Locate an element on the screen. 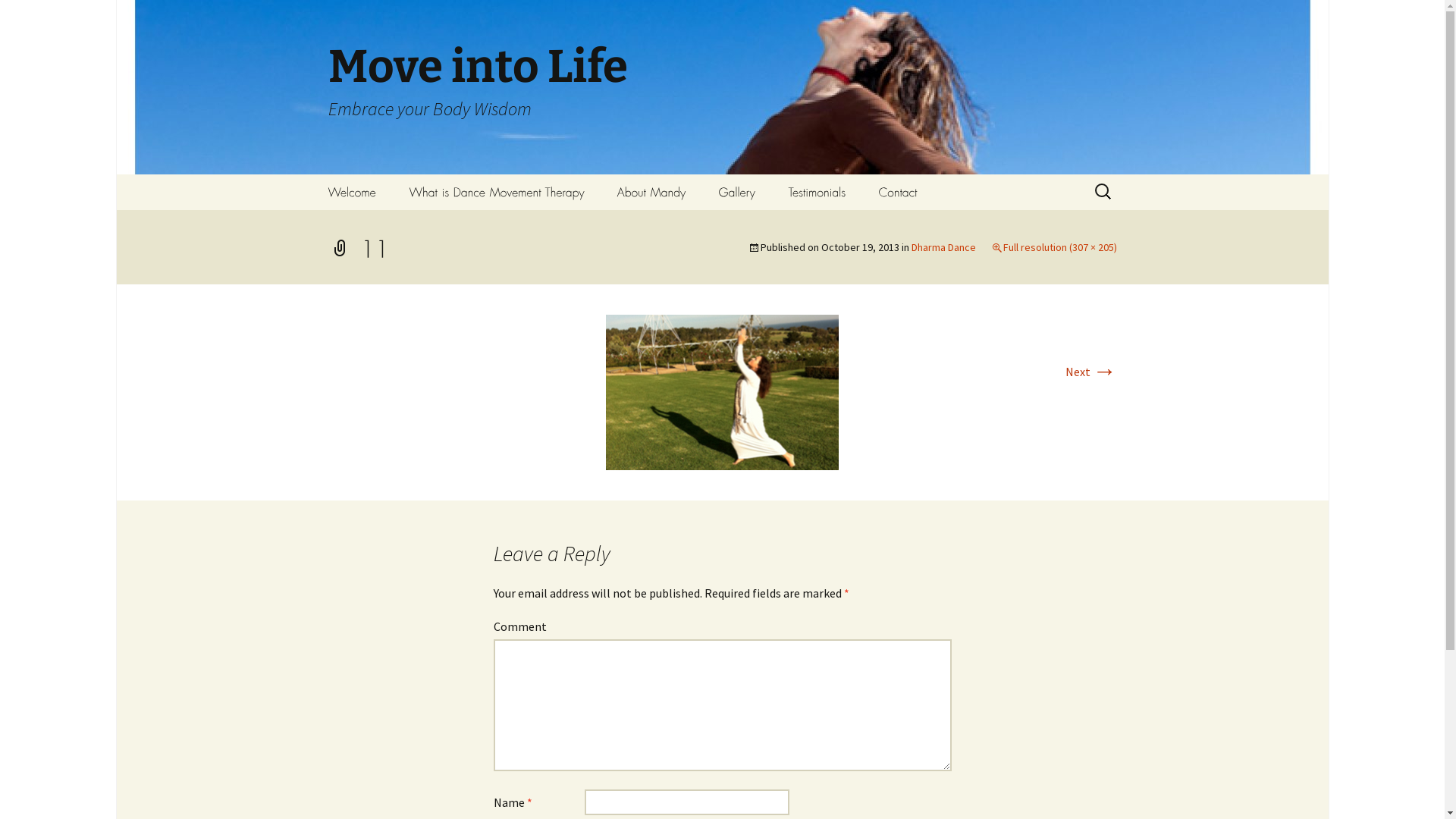 Image resolution: width=1456 pixels, height=819 pixels. 'Skip to content' is located at coordinates (352, 183).